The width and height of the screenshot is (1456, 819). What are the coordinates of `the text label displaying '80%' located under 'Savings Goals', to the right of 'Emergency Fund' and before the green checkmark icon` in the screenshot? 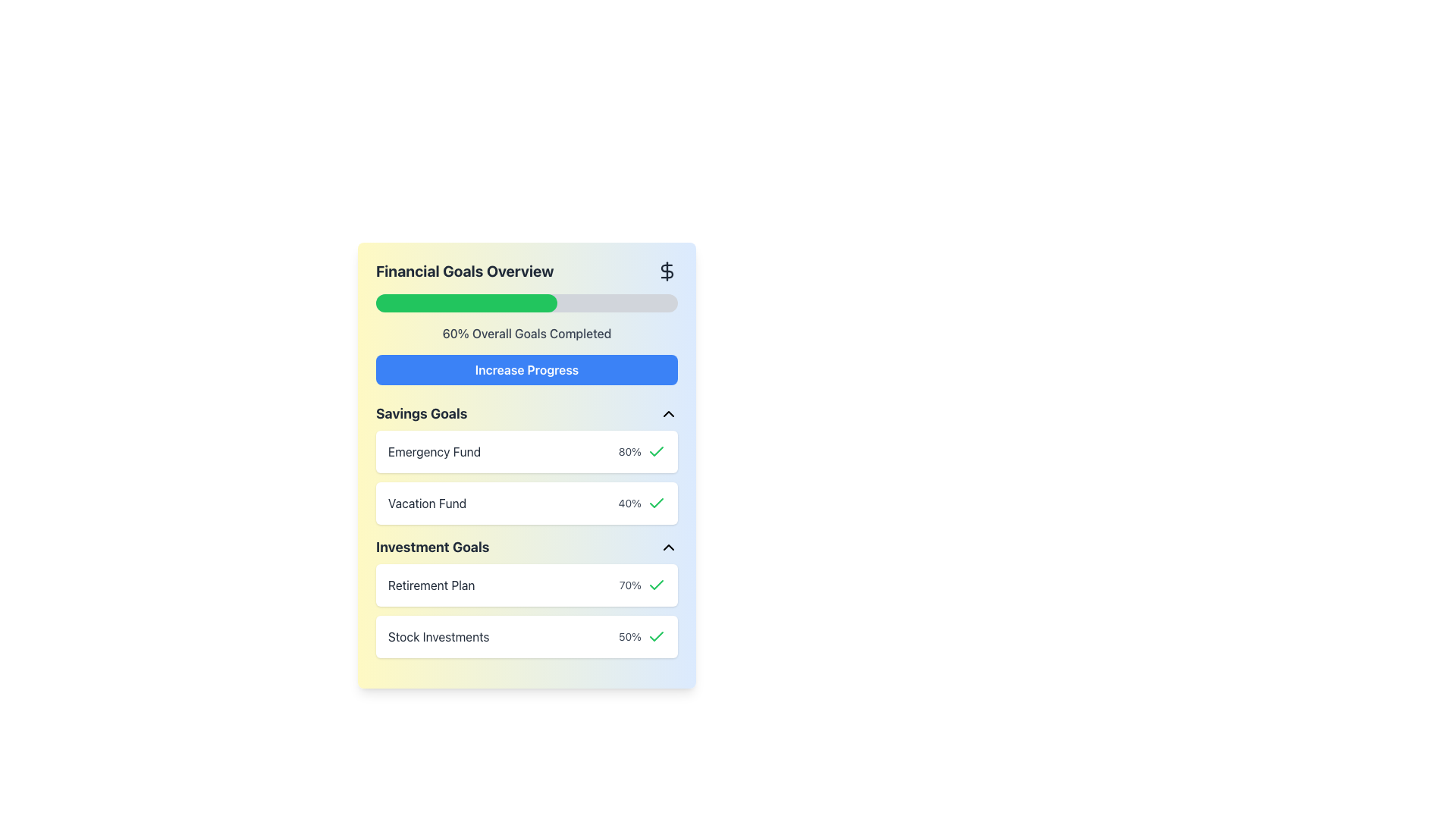 It's located at (629, 451).